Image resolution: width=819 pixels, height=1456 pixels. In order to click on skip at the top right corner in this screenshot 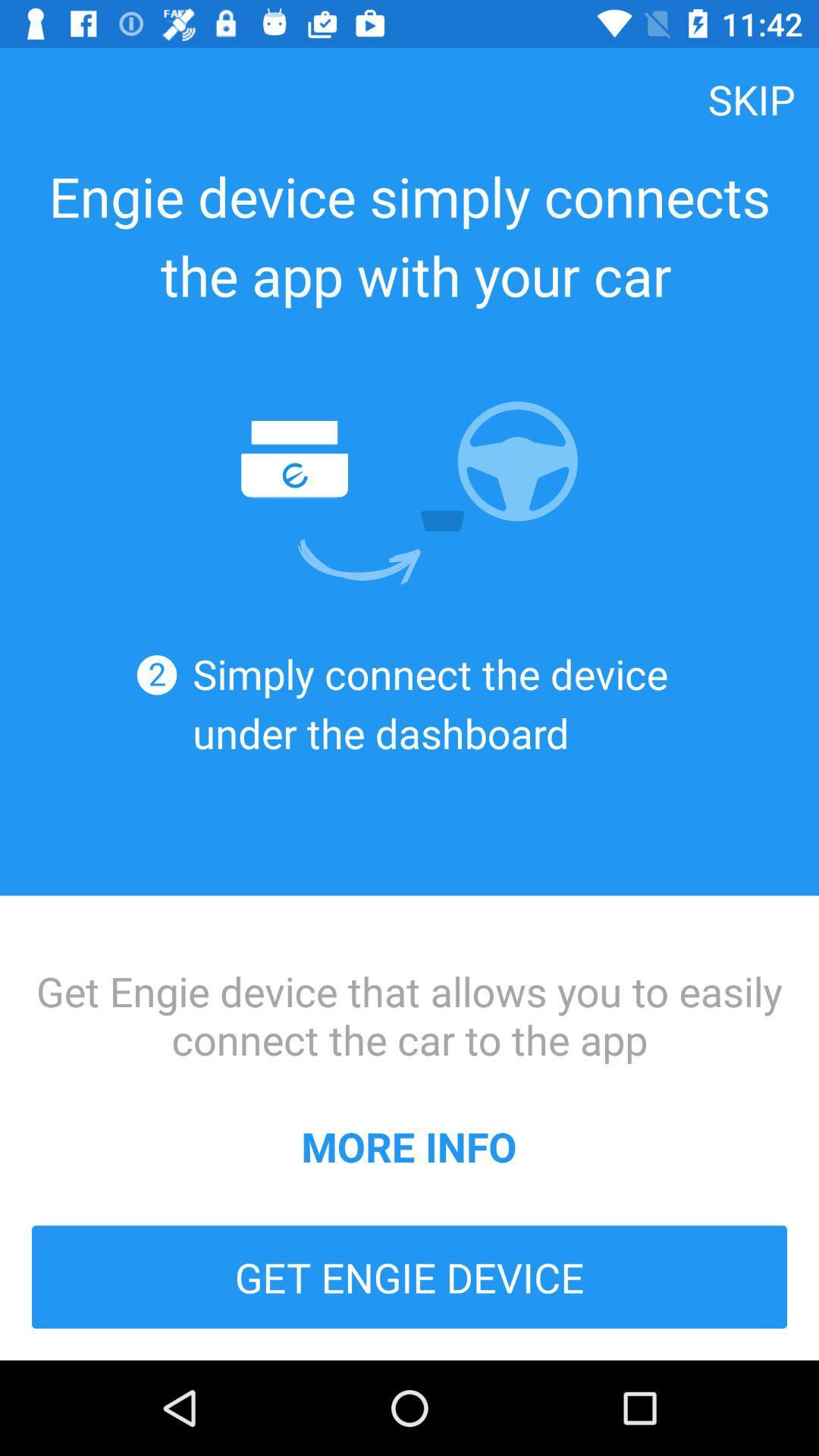, I will do `click(752, 98)`.